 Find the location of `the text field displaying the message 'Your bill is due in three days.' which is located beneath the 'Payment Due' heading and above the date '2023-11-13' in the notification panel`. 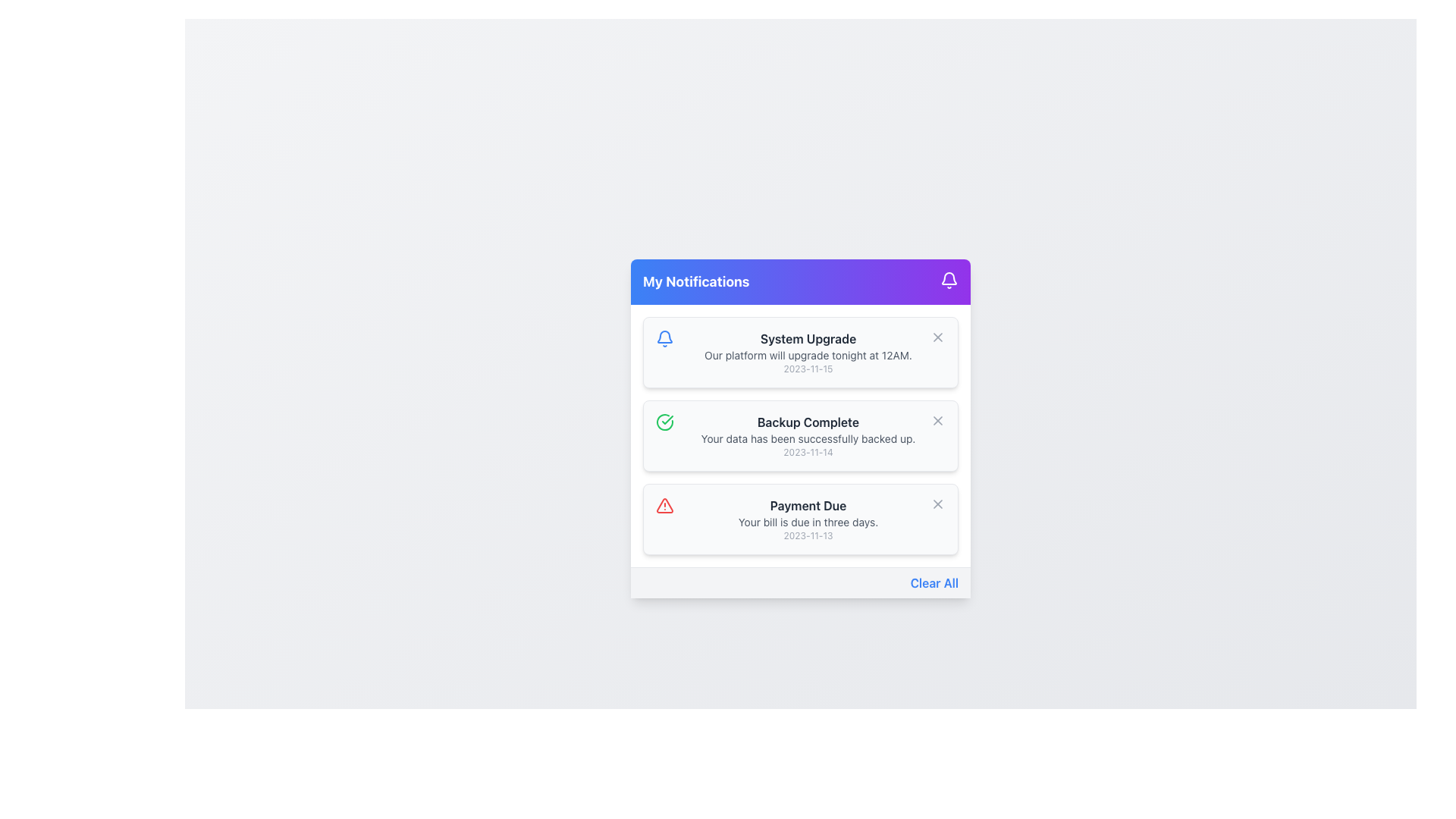

the text field displaying the message 'Your bill is due in three days.' which is located beneath the 'Payment Due' heading and above the date '2023-11-13' in the notification panel is located at coordinates (807, 521).